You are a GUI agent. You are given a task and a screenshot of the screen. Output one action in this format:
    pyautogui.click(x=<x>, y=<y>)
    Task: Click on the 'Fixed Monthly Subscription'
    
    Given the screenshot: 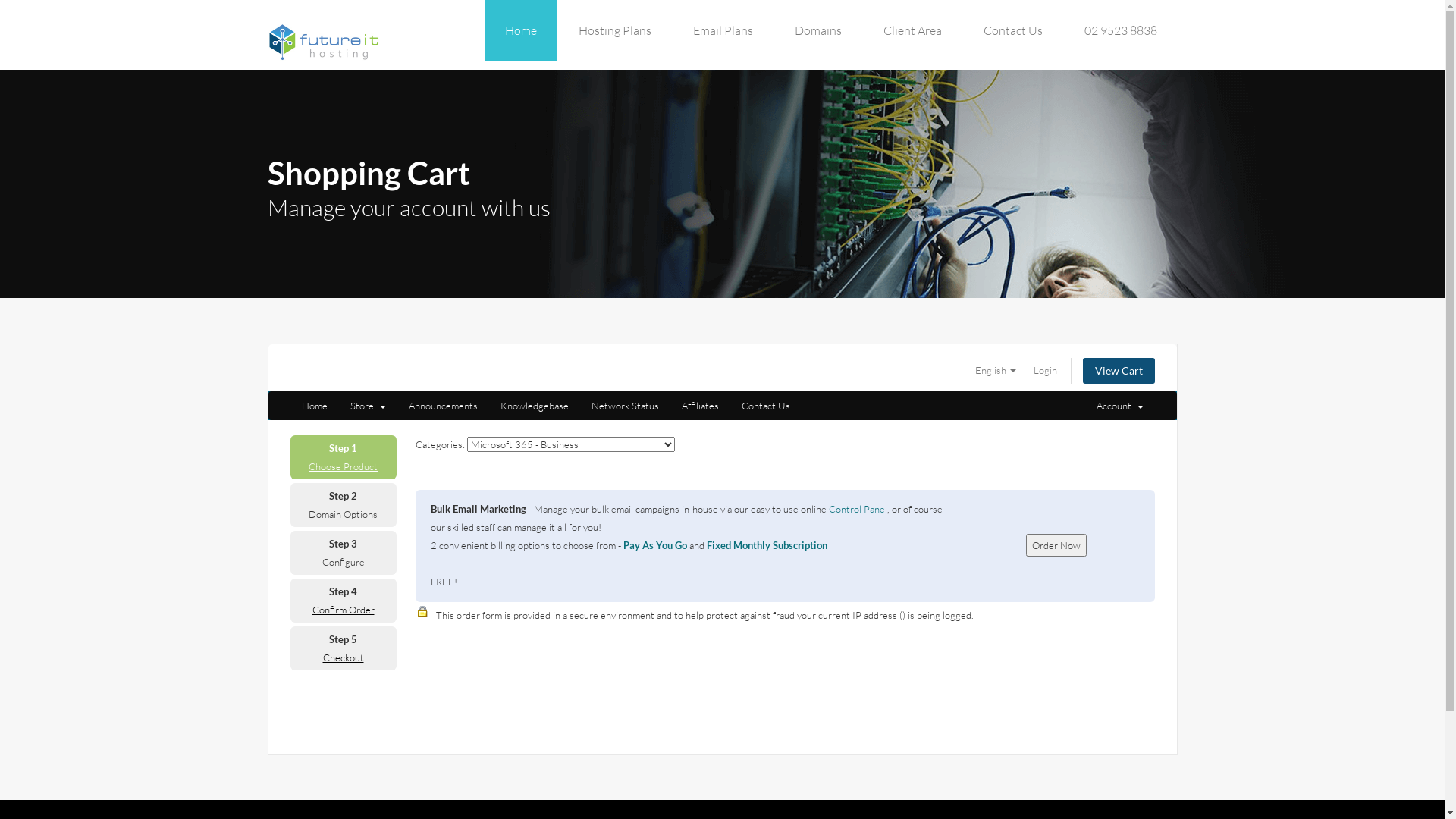 What is the action you would take?
    pyautogui.click(x=767, y=544)
    